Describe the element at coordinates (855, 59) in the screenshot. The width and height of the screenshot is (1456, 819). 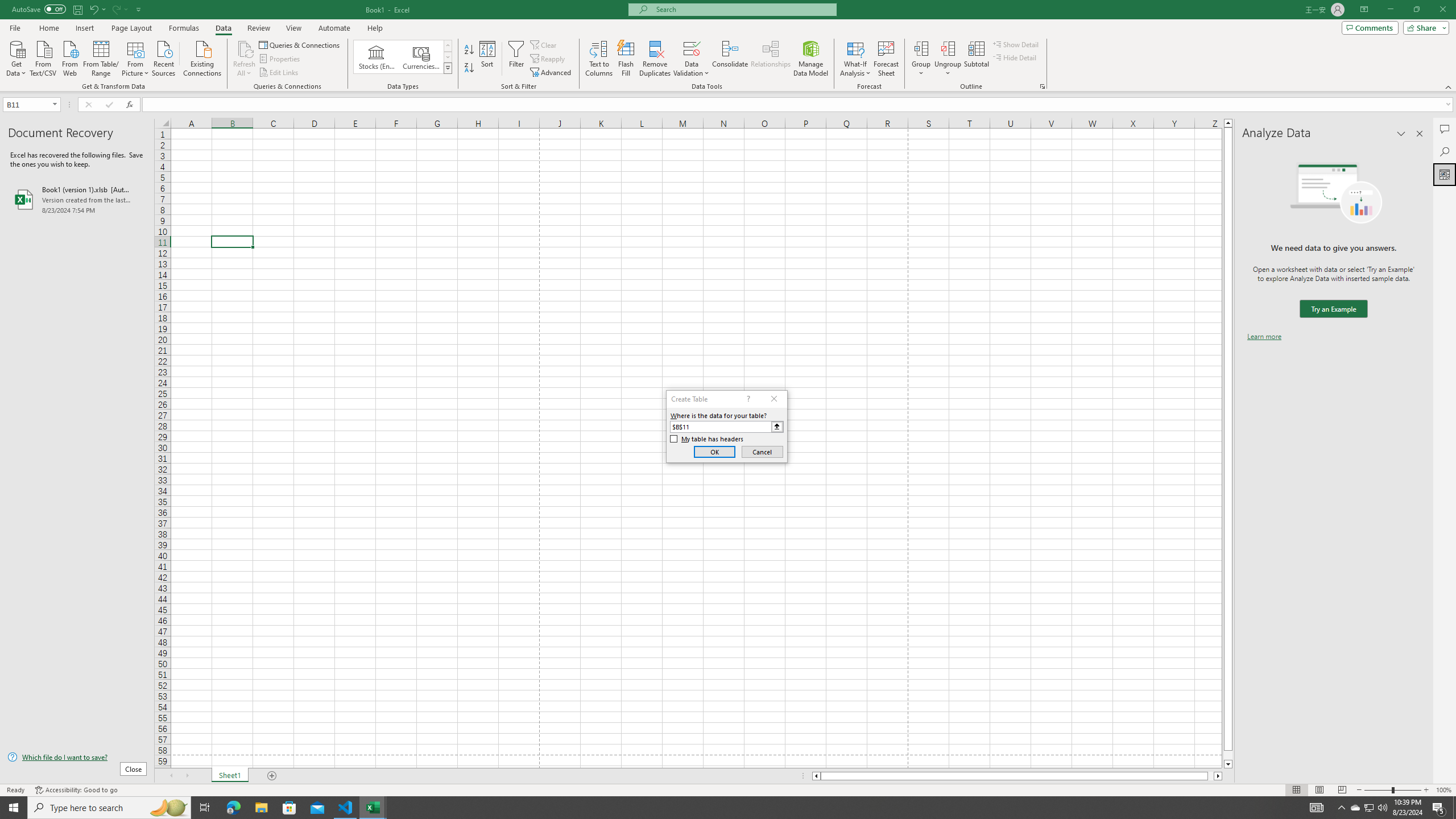
I see `'What-If Analysis'` at that location.